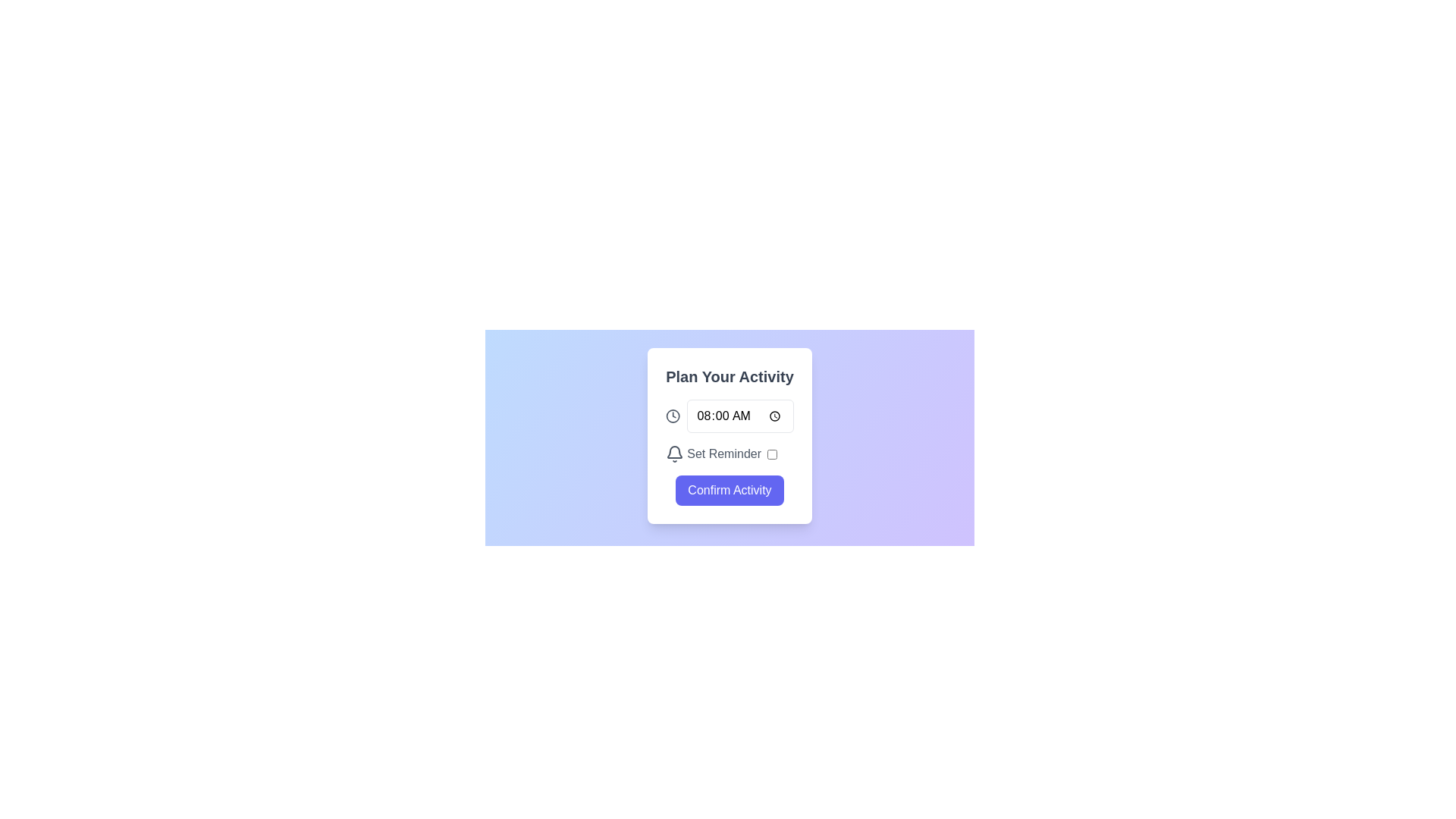 This screenshot has width=1456, height=819. I want to click on the checkbox located at the far-right of the layout block, so click(772, 453).